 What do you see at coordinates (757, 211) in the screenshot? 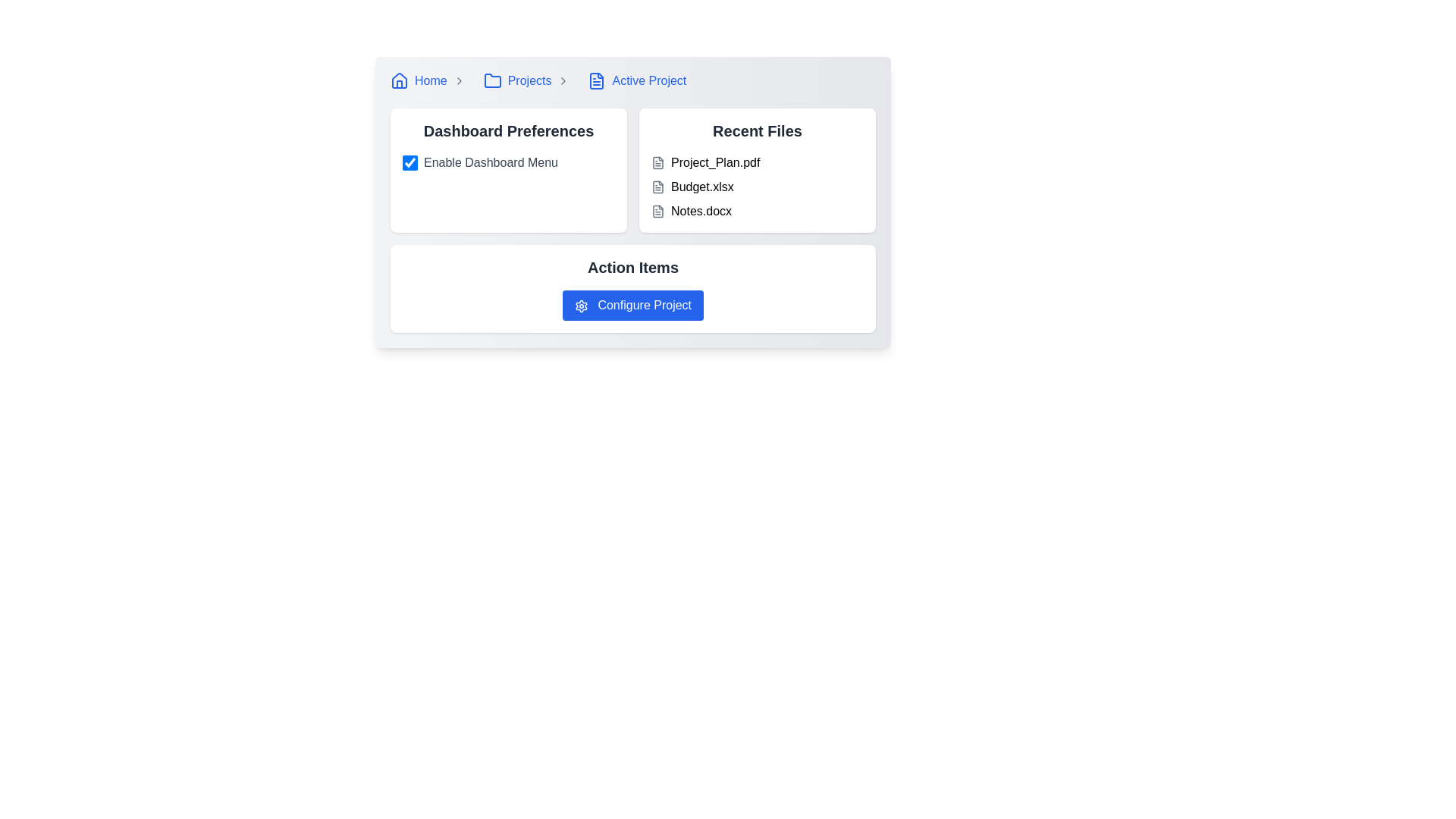
I see `the list item labeled 'Notes.docx' in the 'Recent Files' panel` at bounding box center [757, 211].